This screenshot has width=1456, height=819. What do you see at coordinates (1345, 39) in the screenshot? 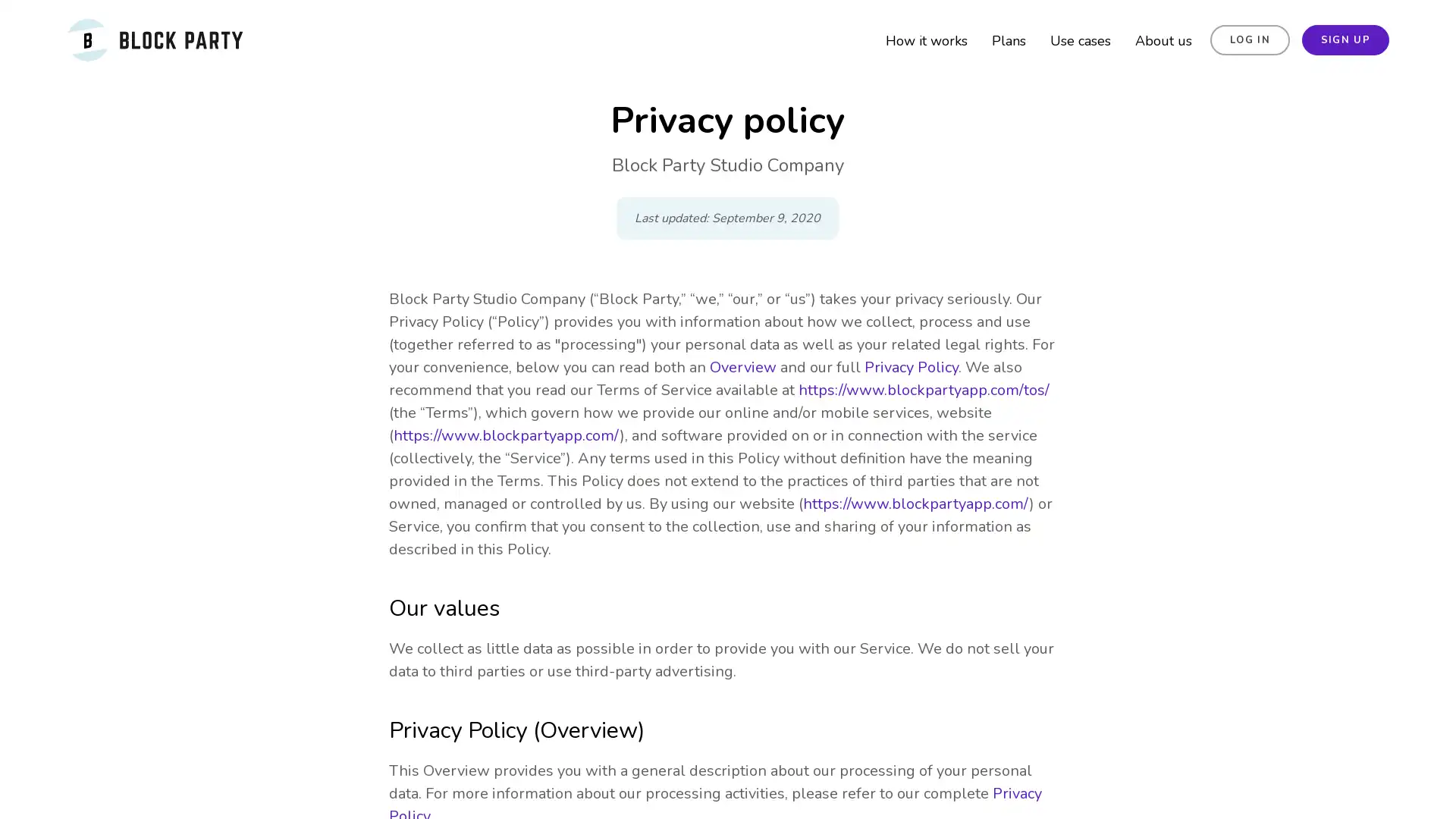
I see `SIGN UP` at bounding box center [1345, 39].